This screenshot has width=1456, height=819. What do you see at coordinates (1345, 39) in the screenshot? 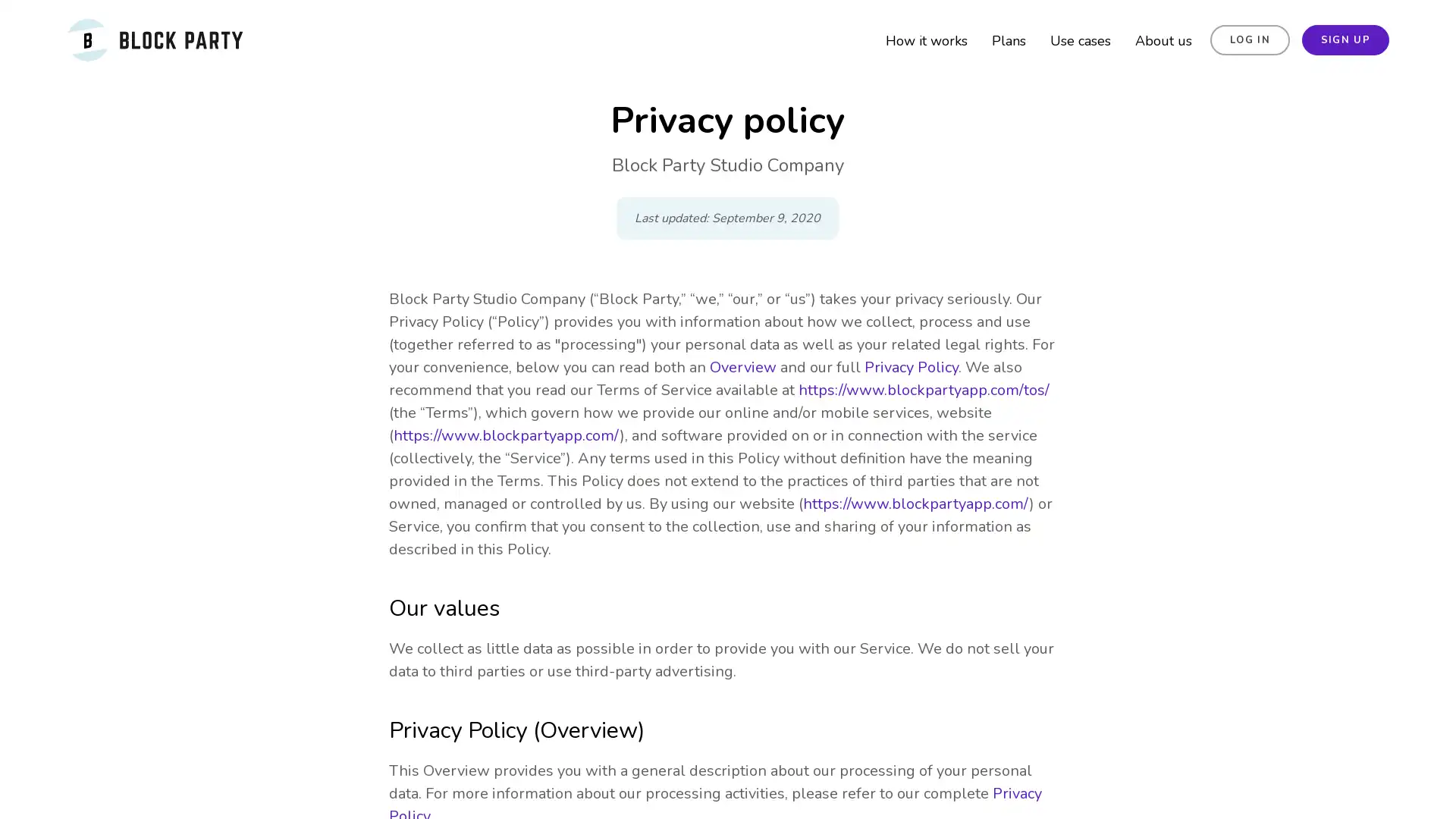
I see `SIGN UP` at bounding box center [1345, 39].